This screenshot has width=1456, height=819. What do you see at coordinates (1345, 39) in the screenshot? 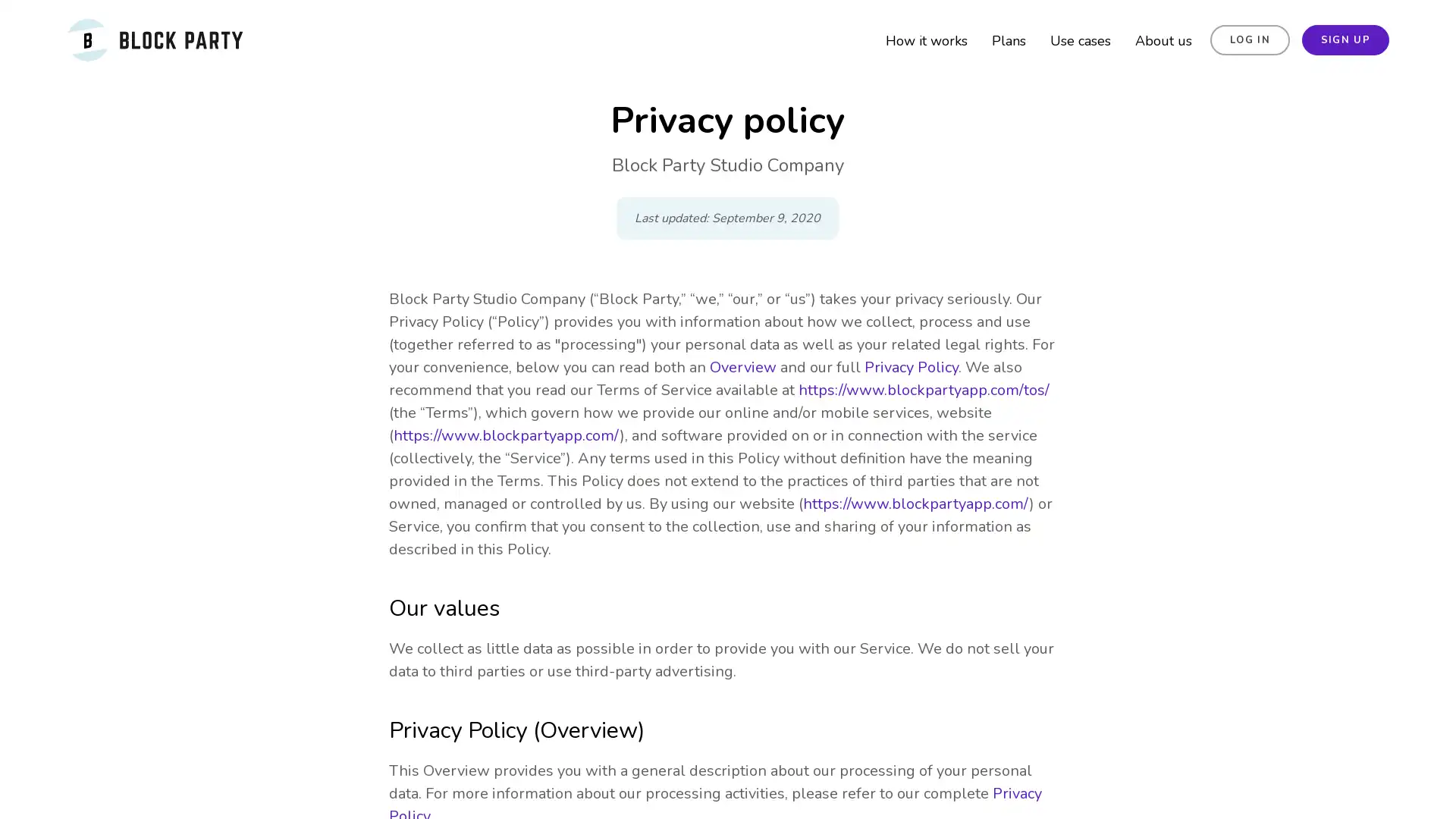
I see `SIGN UP` at bounding box center [1345, 39].